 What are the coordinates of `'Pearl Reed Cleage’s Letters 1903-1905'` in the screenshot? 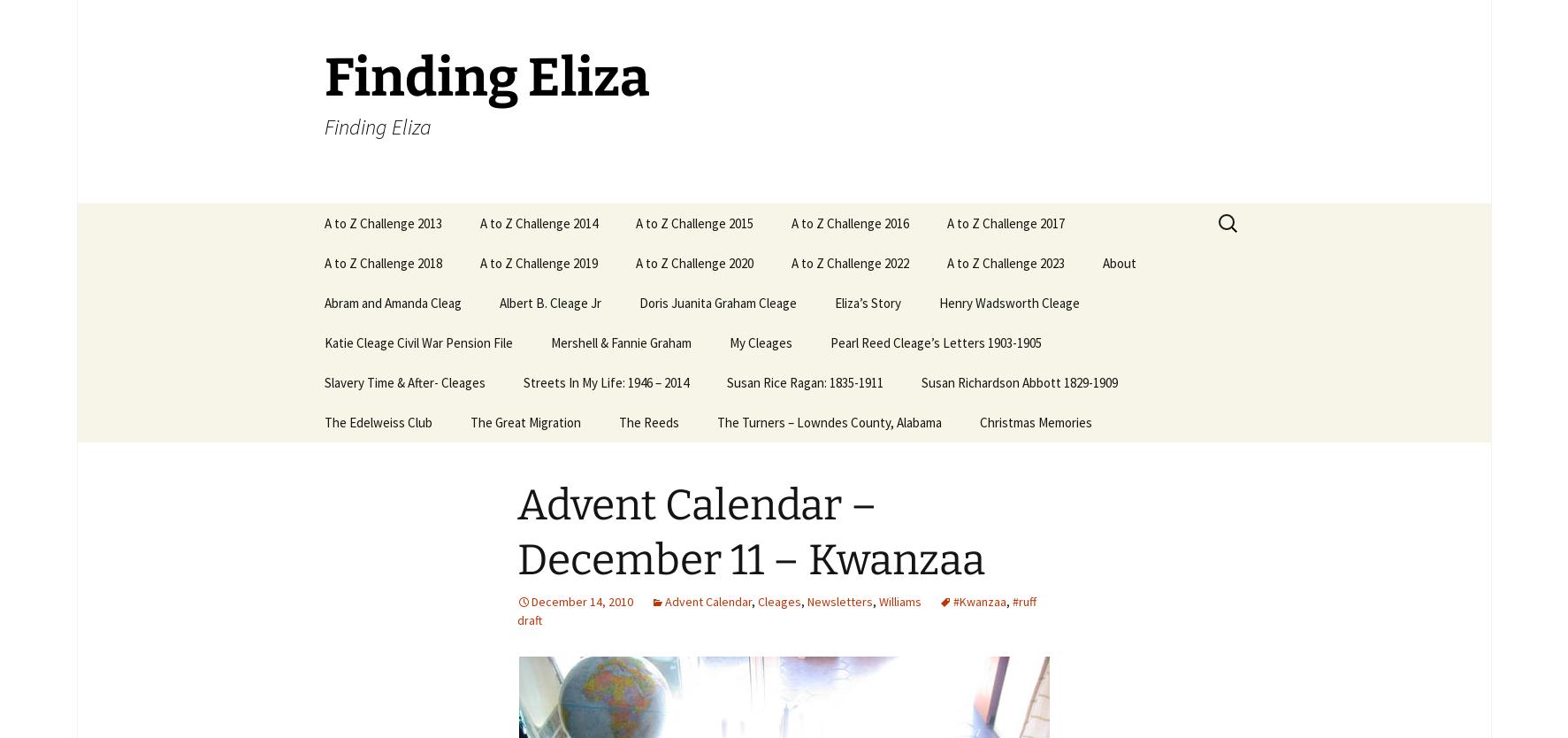 It's located at (934, 342).